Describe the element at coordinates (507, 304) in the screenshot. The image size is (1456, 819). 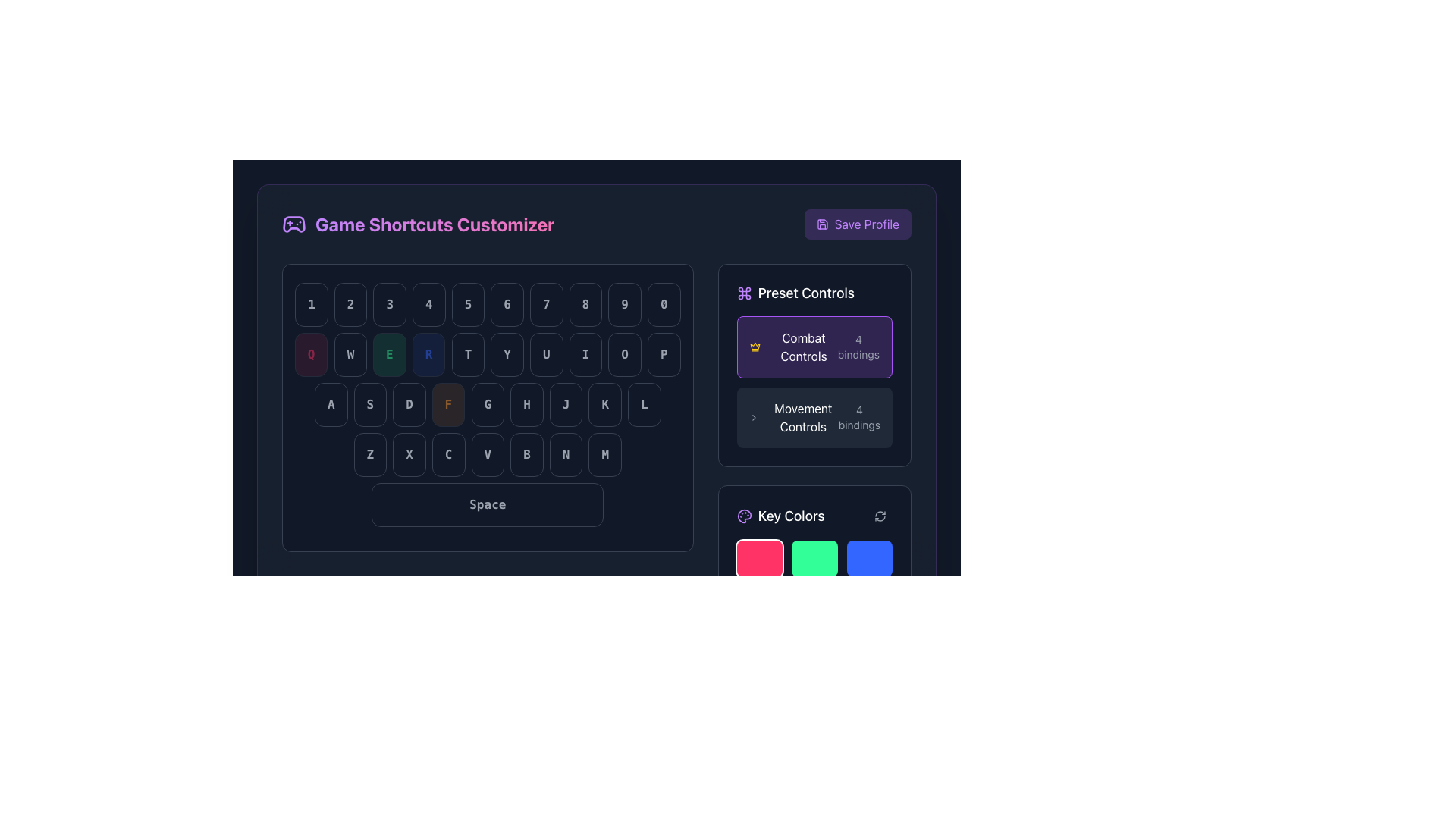
I see `the '6' key button on the virtual keyboard` at that location.